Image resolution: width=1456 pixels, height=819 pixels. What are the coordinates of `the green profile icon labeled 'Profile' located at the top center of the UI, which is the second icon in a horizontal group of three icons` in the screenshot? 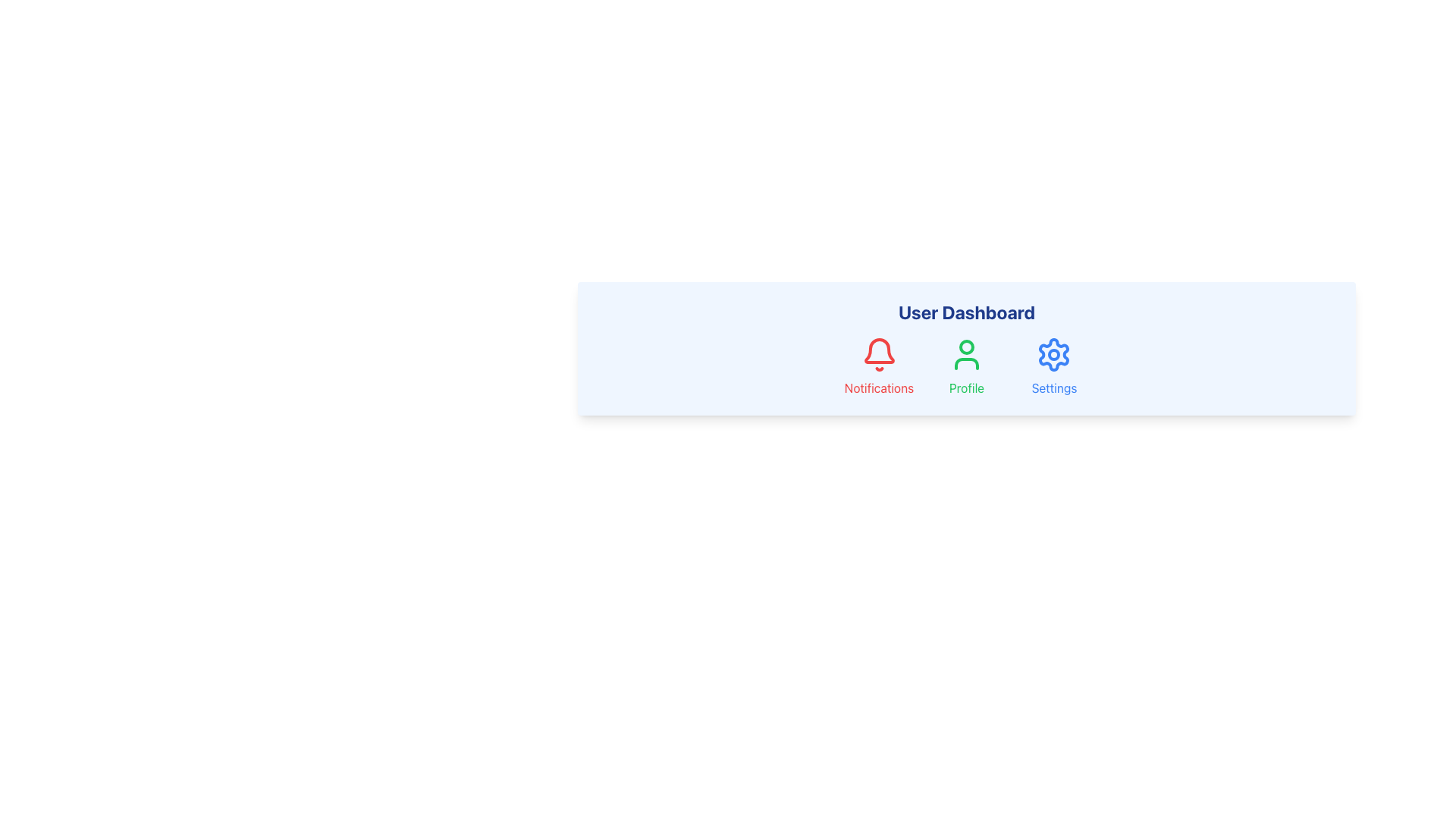 It's located at (966, 366).